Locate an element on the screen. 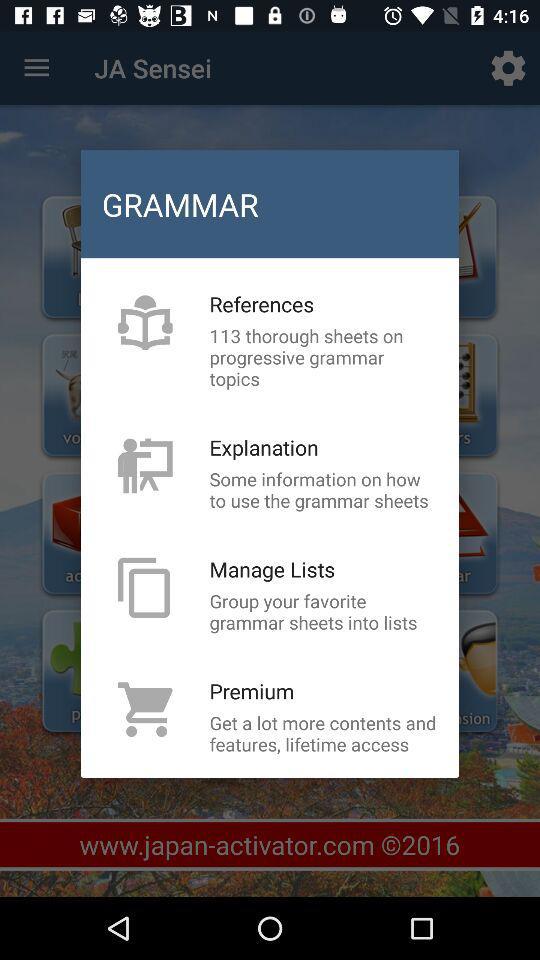 This screenshot has width=540, height=960. item above the group your favorite is located at coordinates (271, 569).